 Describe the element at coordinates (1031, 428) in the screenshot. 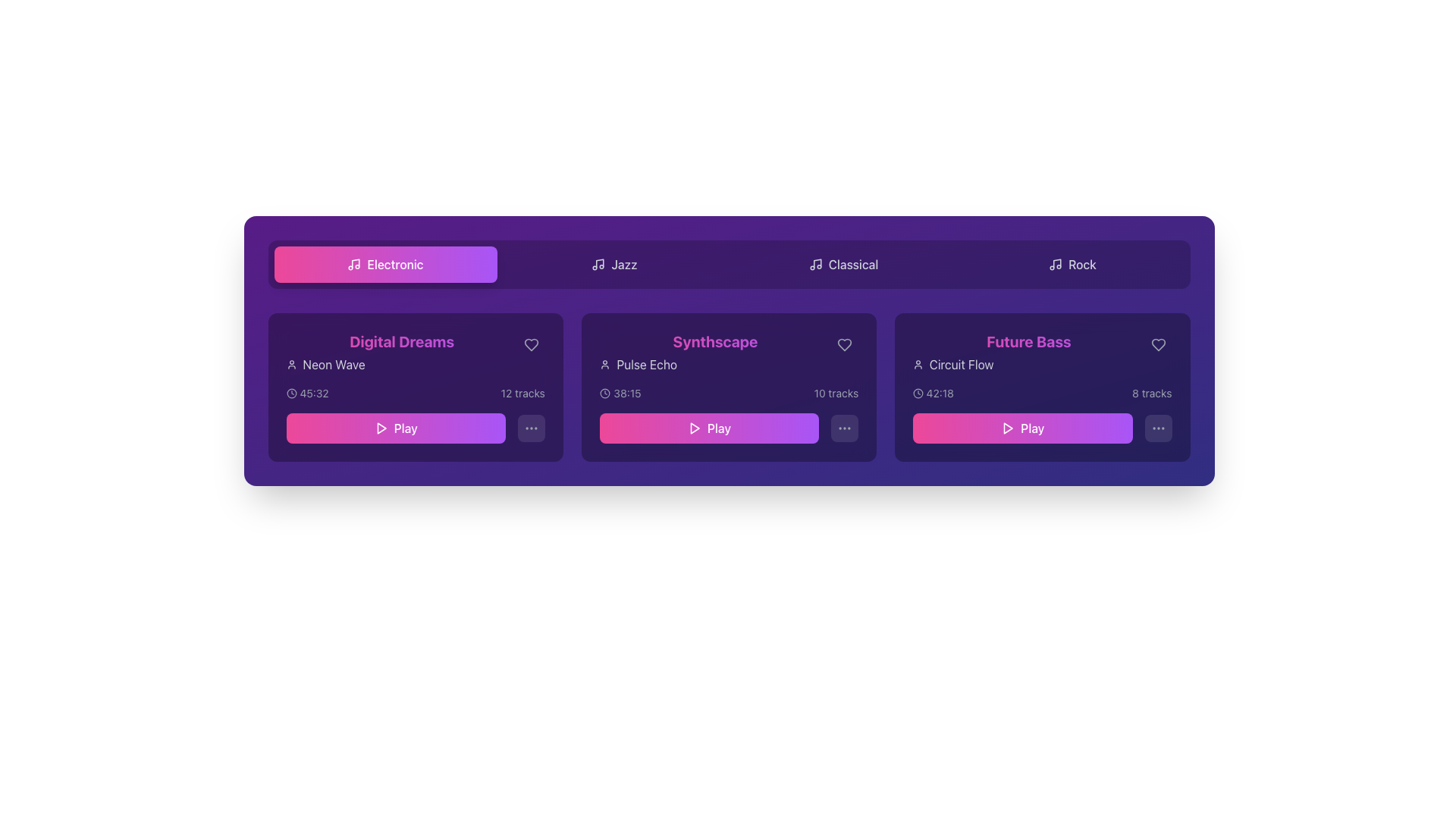

I see `the 'Play' text label within the button on the third card labeled 'Future Bass', which has a vibrant pink-to-purple gradient background and is styled with rounded corners` at that location.